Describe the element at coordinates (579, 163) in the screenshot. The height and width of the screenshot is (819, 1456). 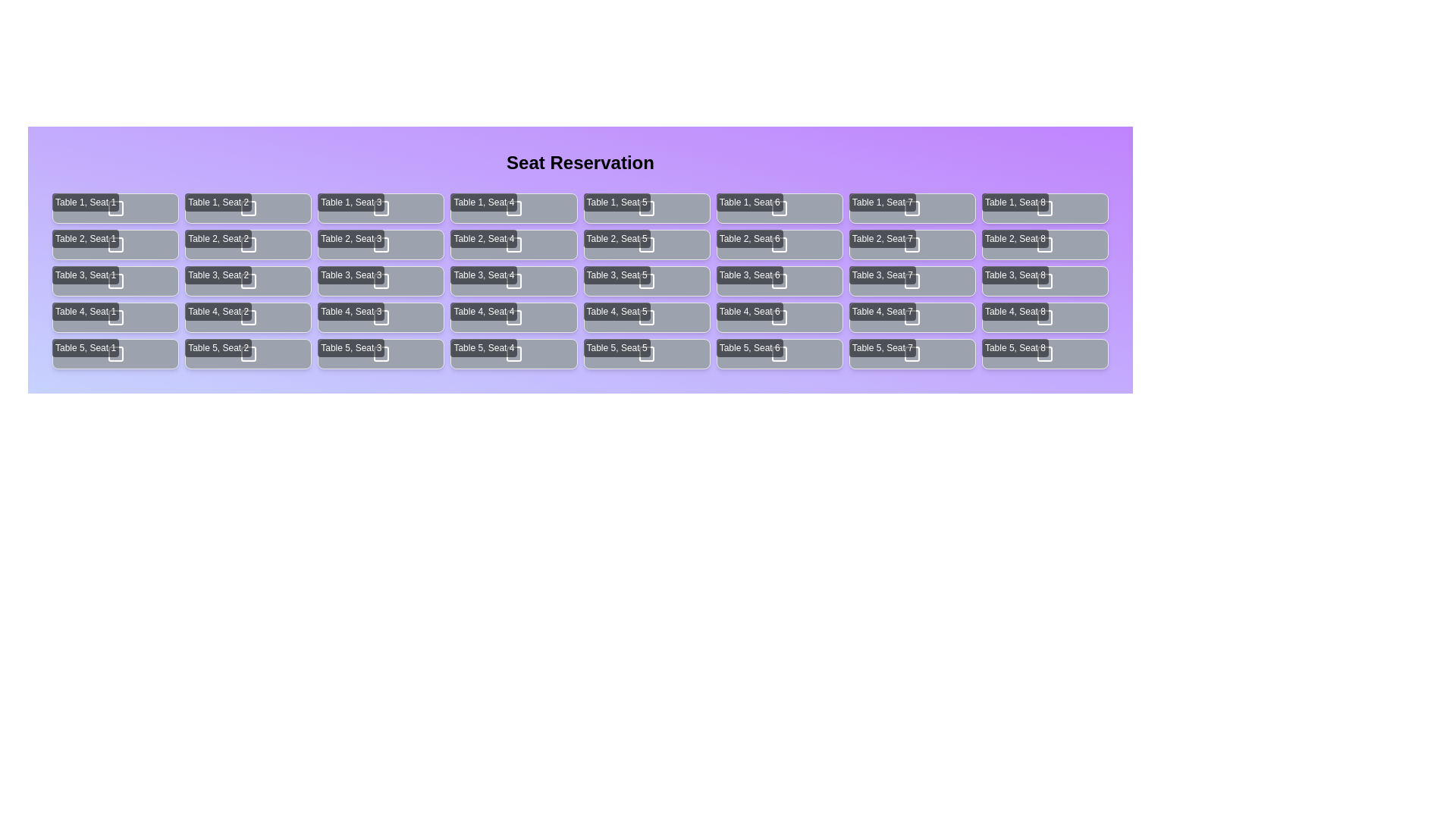
I see `the title 'Seat Reservation' displayed at the top of the component` at that location.